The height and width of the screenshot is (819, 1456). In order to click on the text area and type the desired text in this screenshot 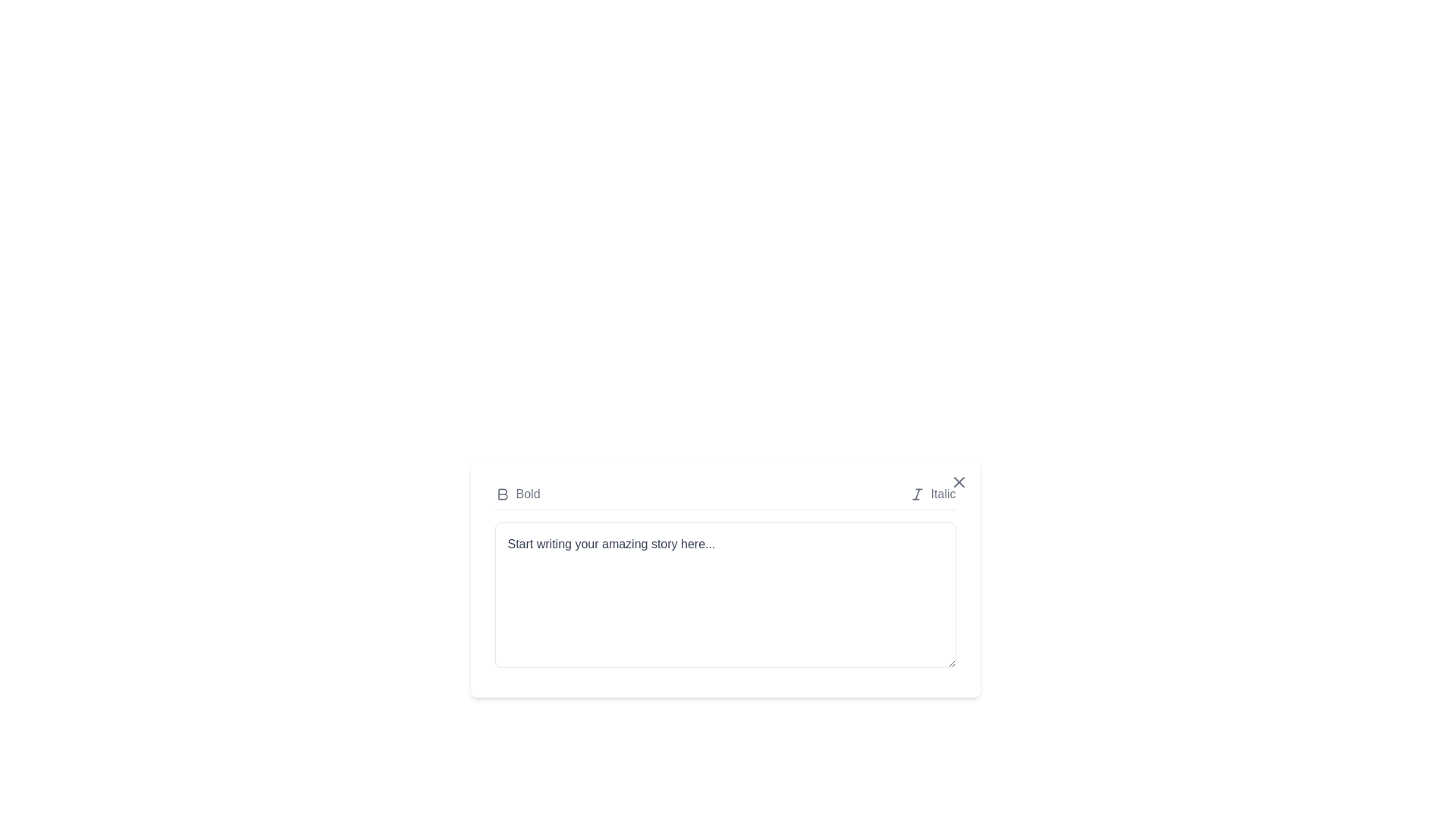, I will do `click(724, 595)`.